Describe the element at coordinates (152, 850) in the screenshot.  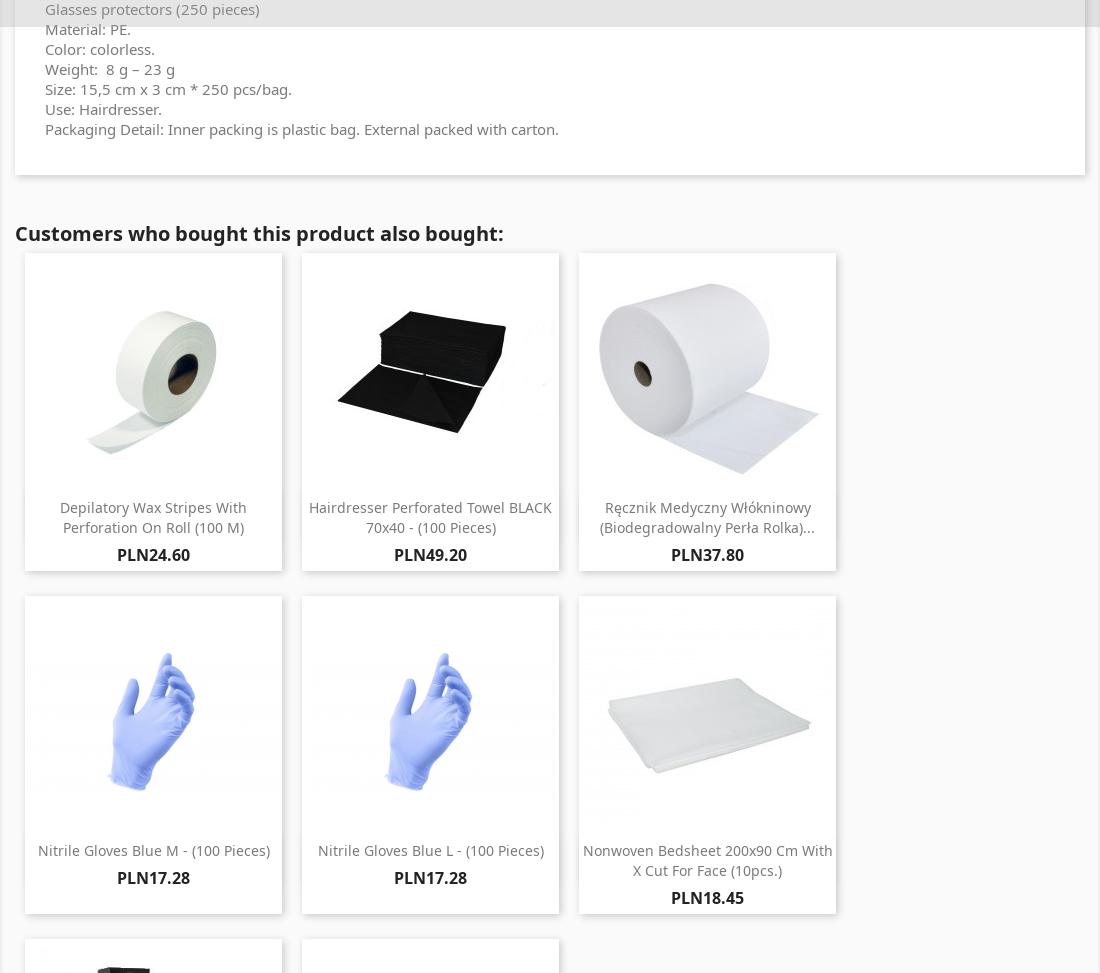
I see `'Nitrile gloves blue M - (100 pieces)'` at that location.